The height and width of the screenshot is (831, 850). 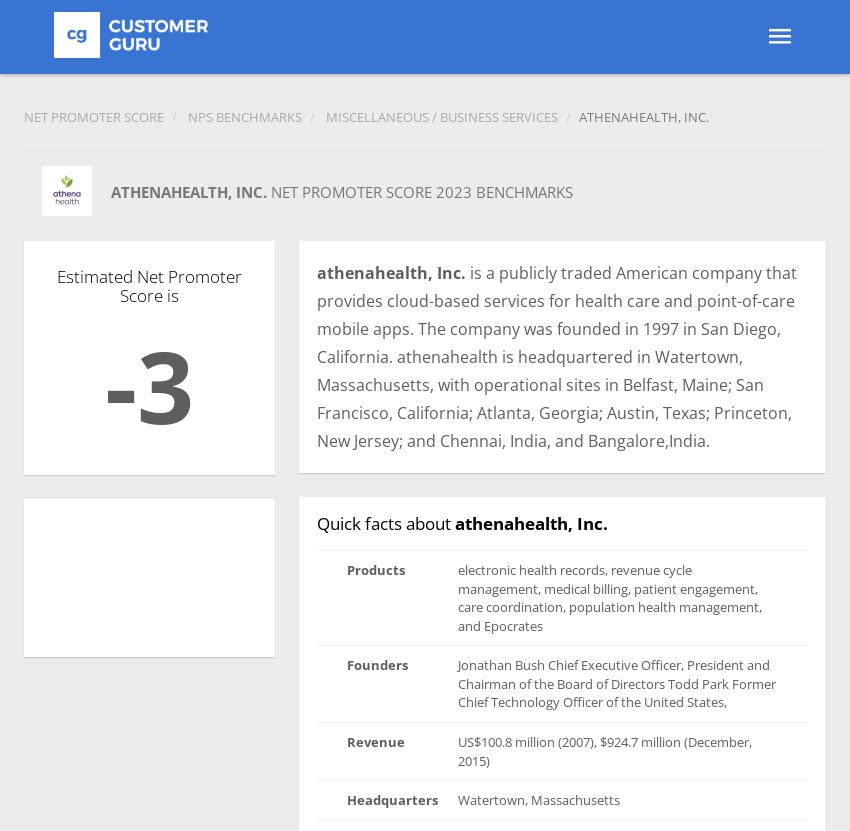 What do you see at coordinates (149, 285) in the screenshot?
I see `'Estimated Net Promoter Score is'` at bounding box center [149, 285].